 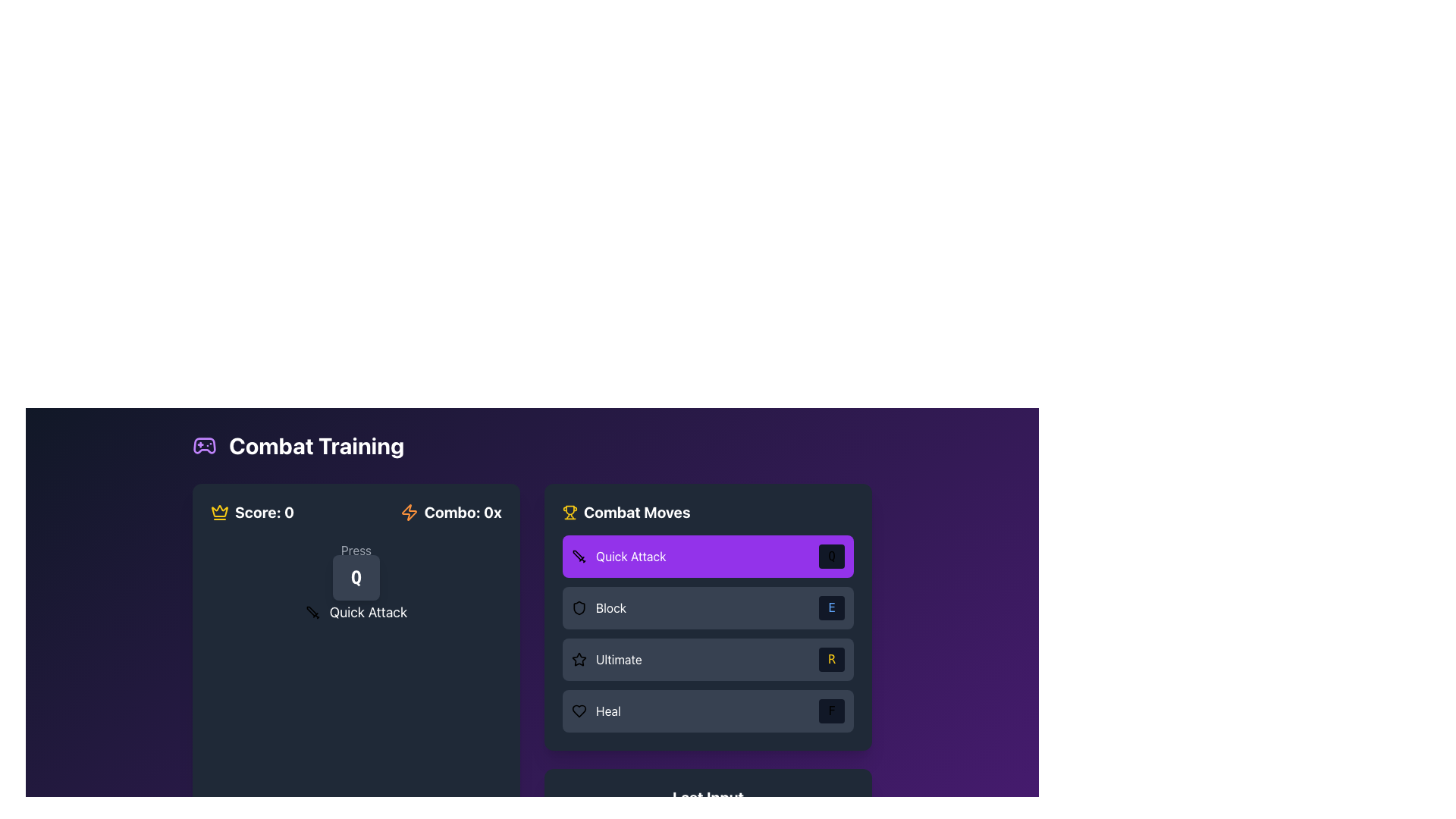 I want to click on letter 'Q' displayed on the rightmost side of the purple-highlighted button labeled 'Quick Attack' in the 'Combat Moves' section, so click(x=831, y=556).